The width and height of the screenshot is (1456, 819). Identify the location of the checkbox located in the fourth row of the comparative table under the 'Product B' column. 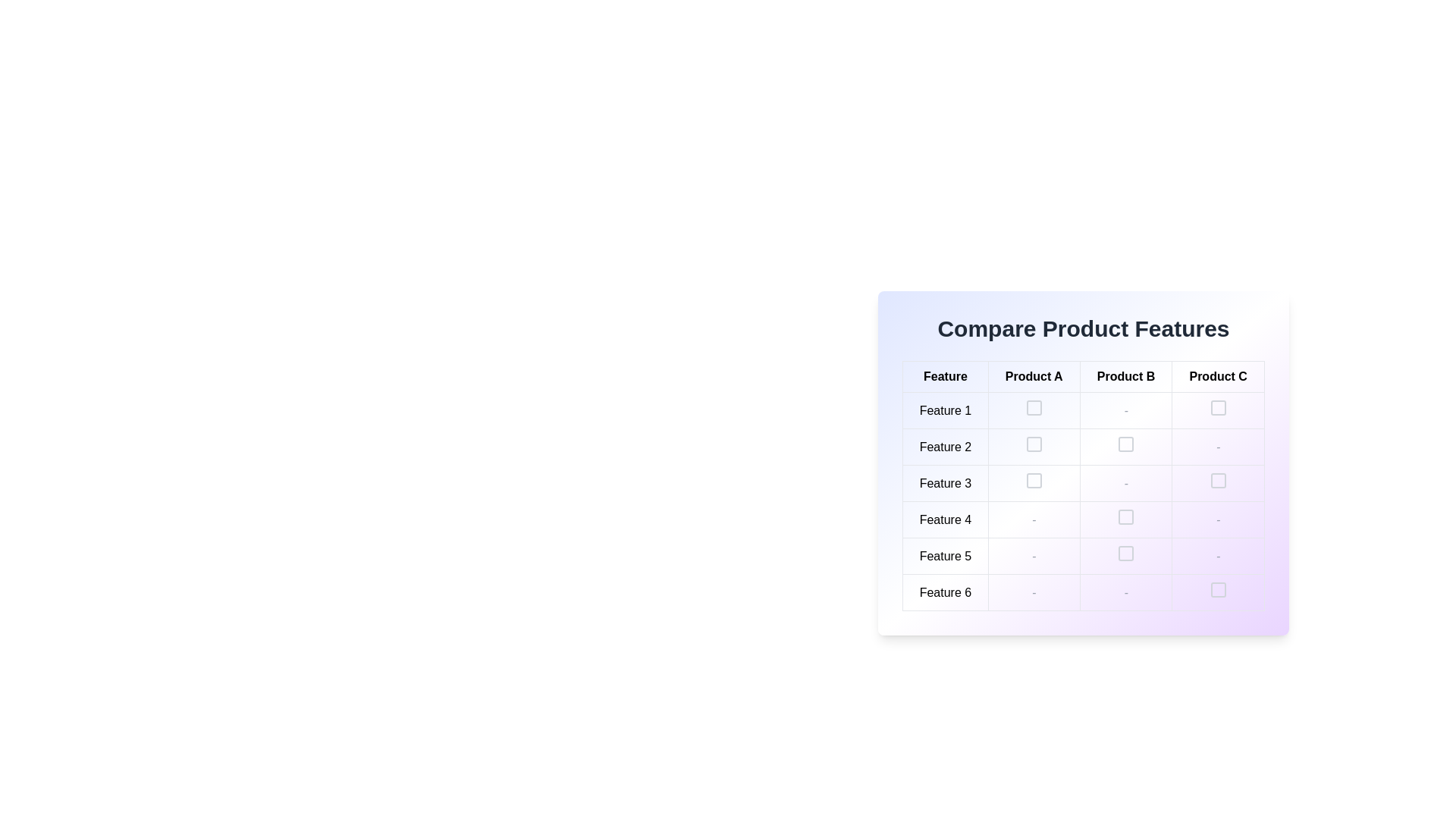
(1126, 516).